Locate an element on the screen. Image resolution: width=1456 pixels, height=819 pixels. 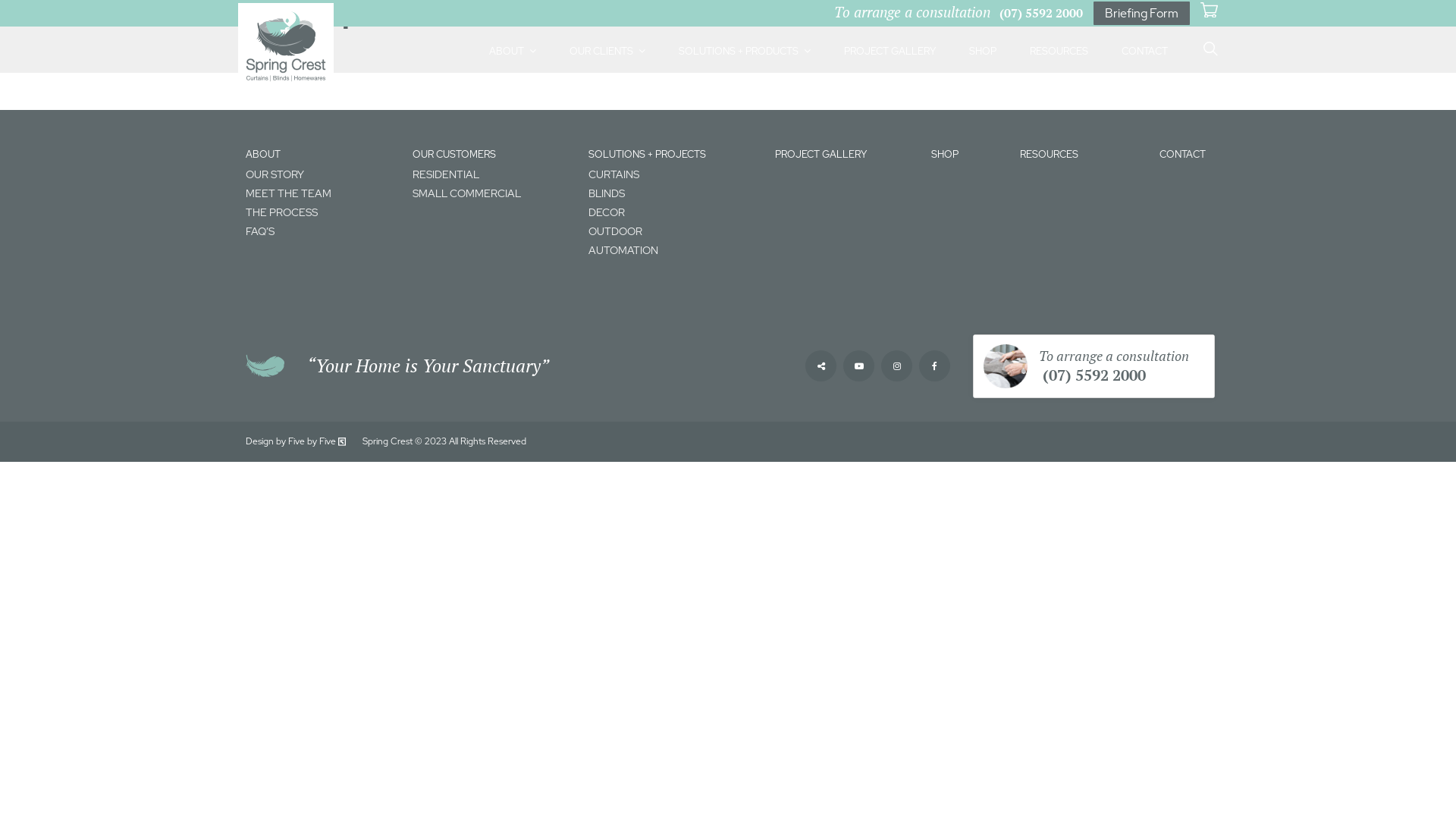
'Briefing Form' is located at coordinates (1141, 13).